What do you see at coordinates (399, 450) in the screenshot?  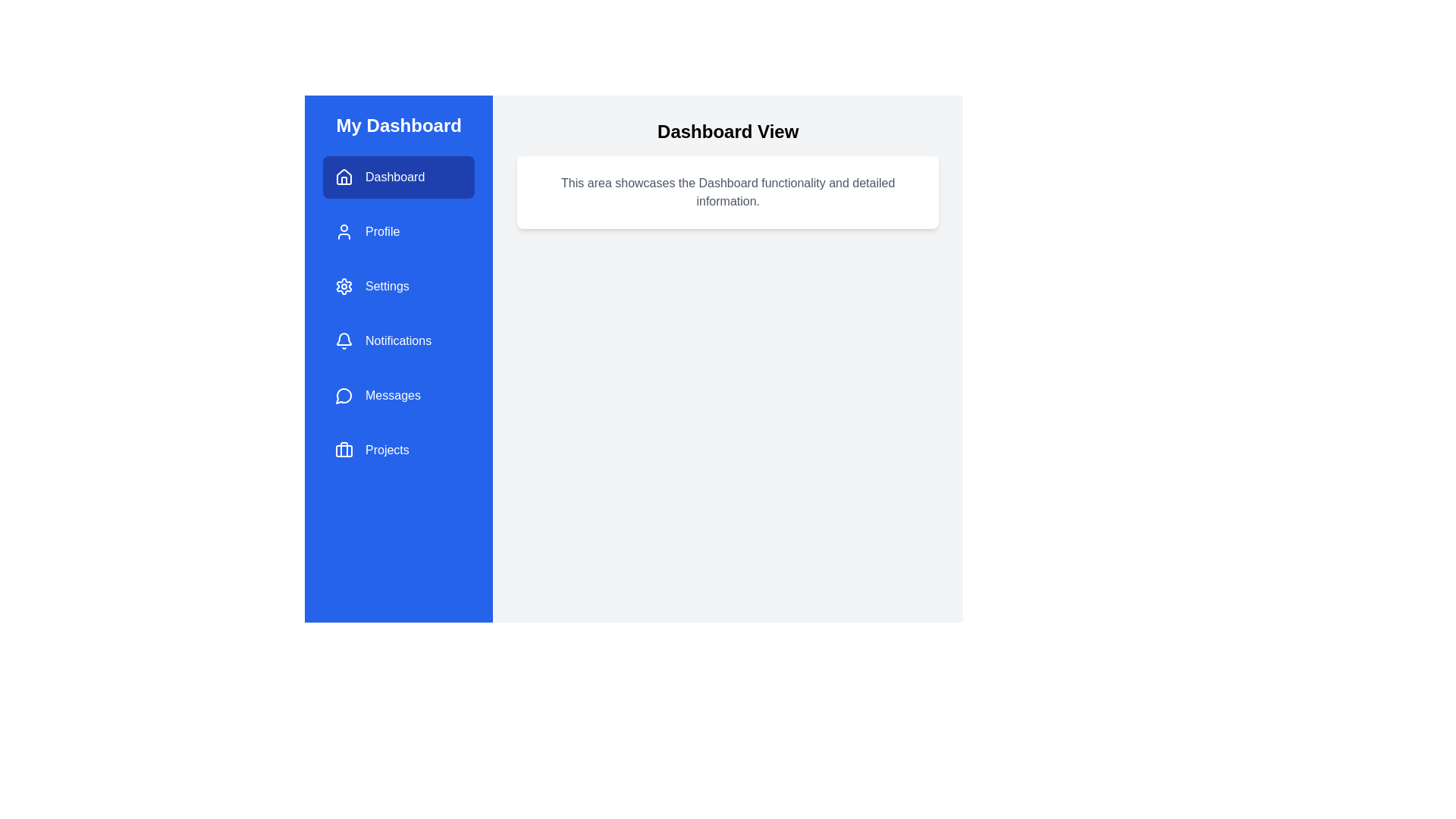 I see `the menu item Projects to navigate to its corresponding section` at bounding box center [399, 450].